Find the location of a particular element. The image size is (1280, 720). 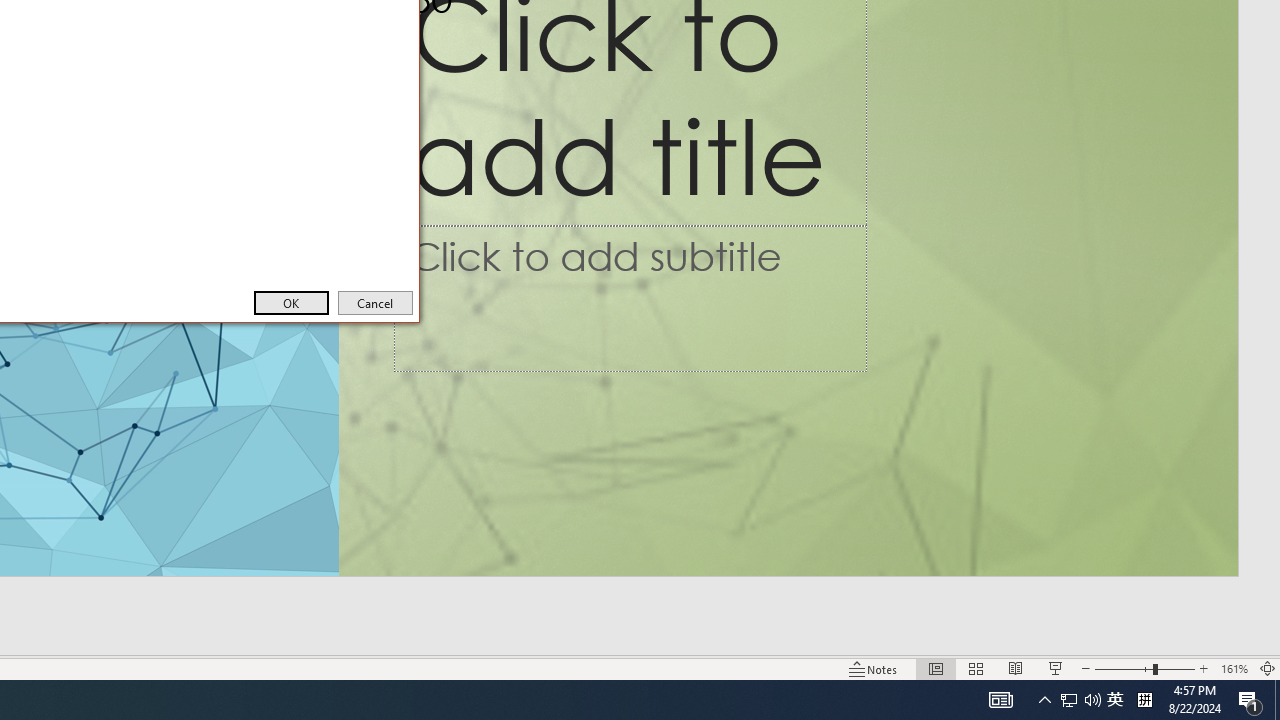

'OK' is located at coordinates (290, 303).